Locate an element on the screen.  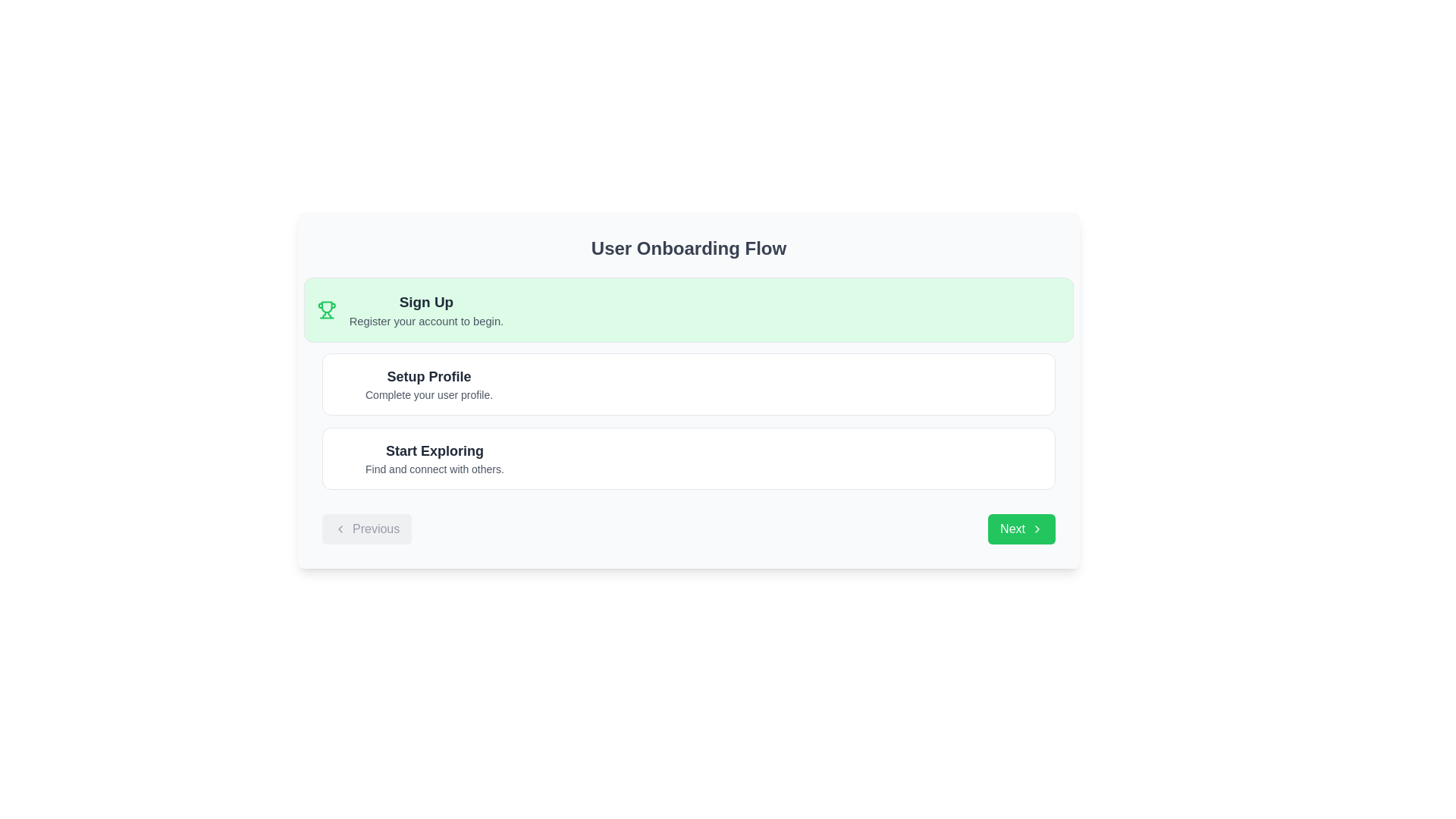
the 'Previous' navigation button located at the bottom left corner of the navigation bar is located at coordinates (367, 529).